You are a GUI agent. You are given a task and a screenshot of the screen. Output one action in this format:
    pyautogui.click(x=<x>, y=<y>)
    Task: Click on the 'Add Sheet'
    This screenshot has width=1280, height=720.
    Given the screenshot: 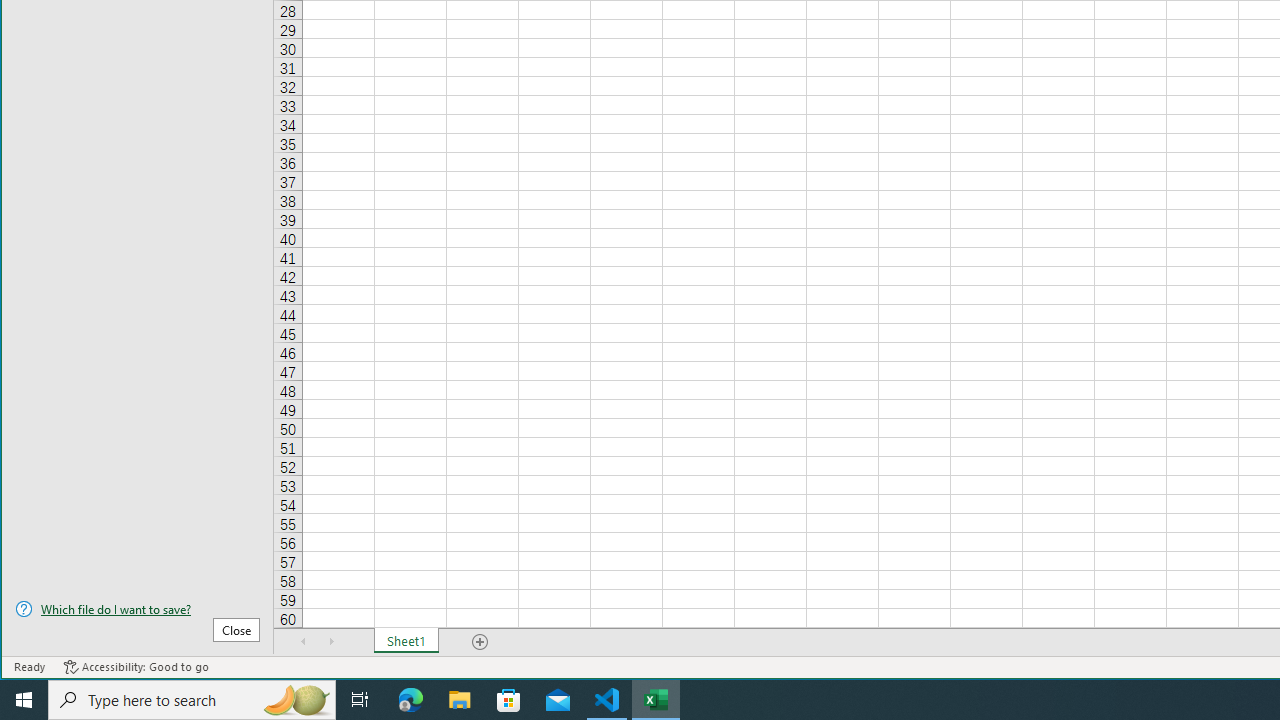 What is the action you would take?
    pyautogui.click(x=481, y=641)
    